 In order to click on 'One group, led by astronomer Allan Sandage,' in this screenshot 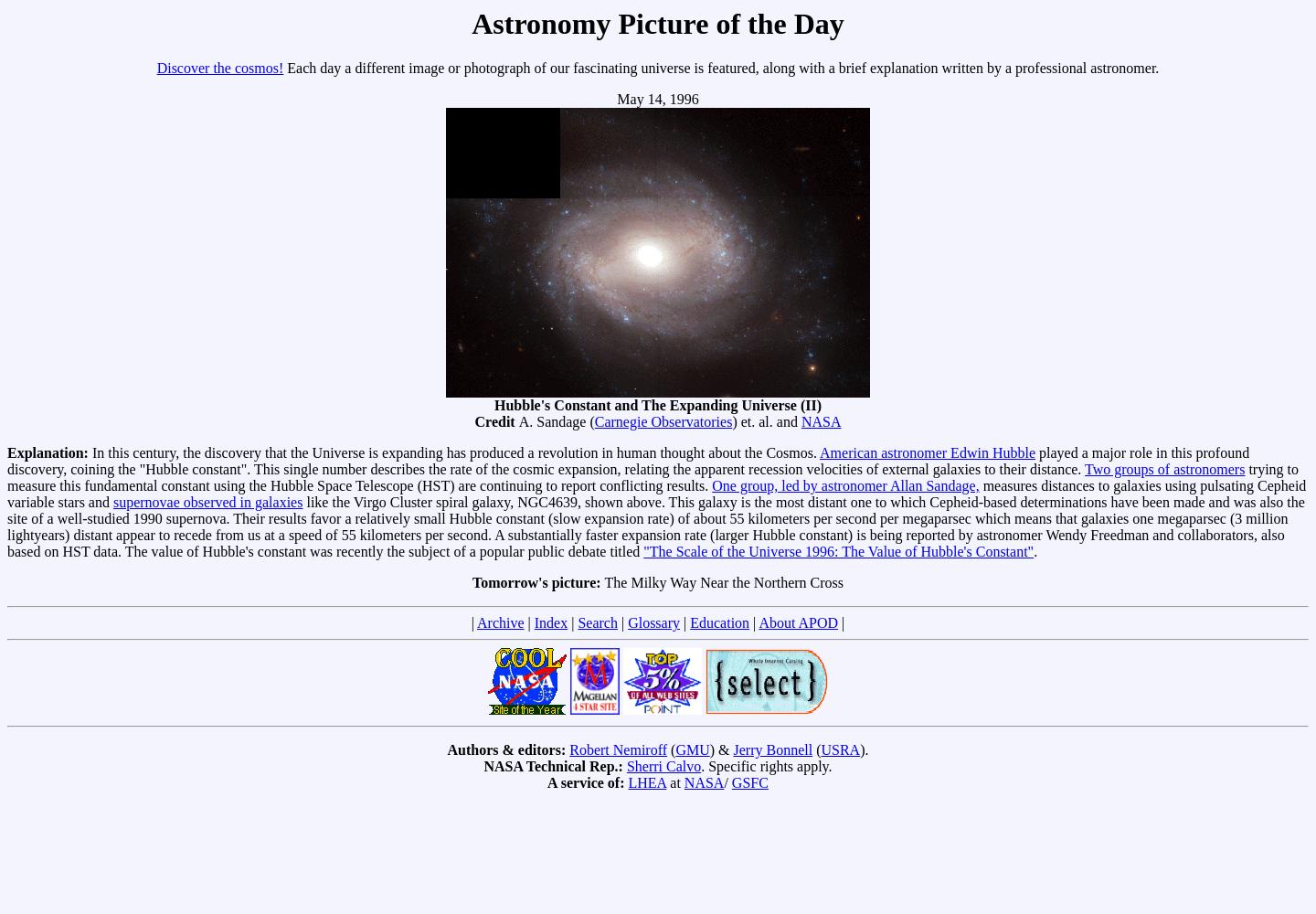, I will do `click(711, 485)`.